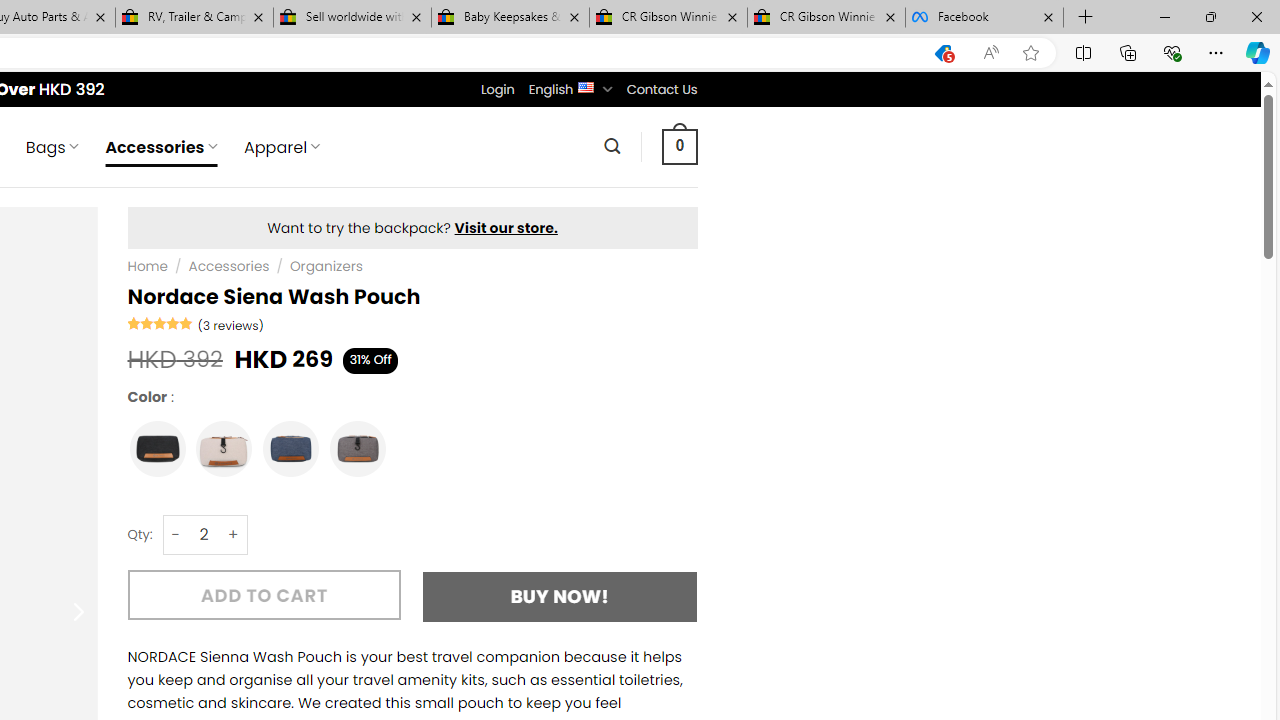  What do you see at coordinates (1128, 51) in the screenshot?
I see `'Collections'` at bounding box center [1128, 51].